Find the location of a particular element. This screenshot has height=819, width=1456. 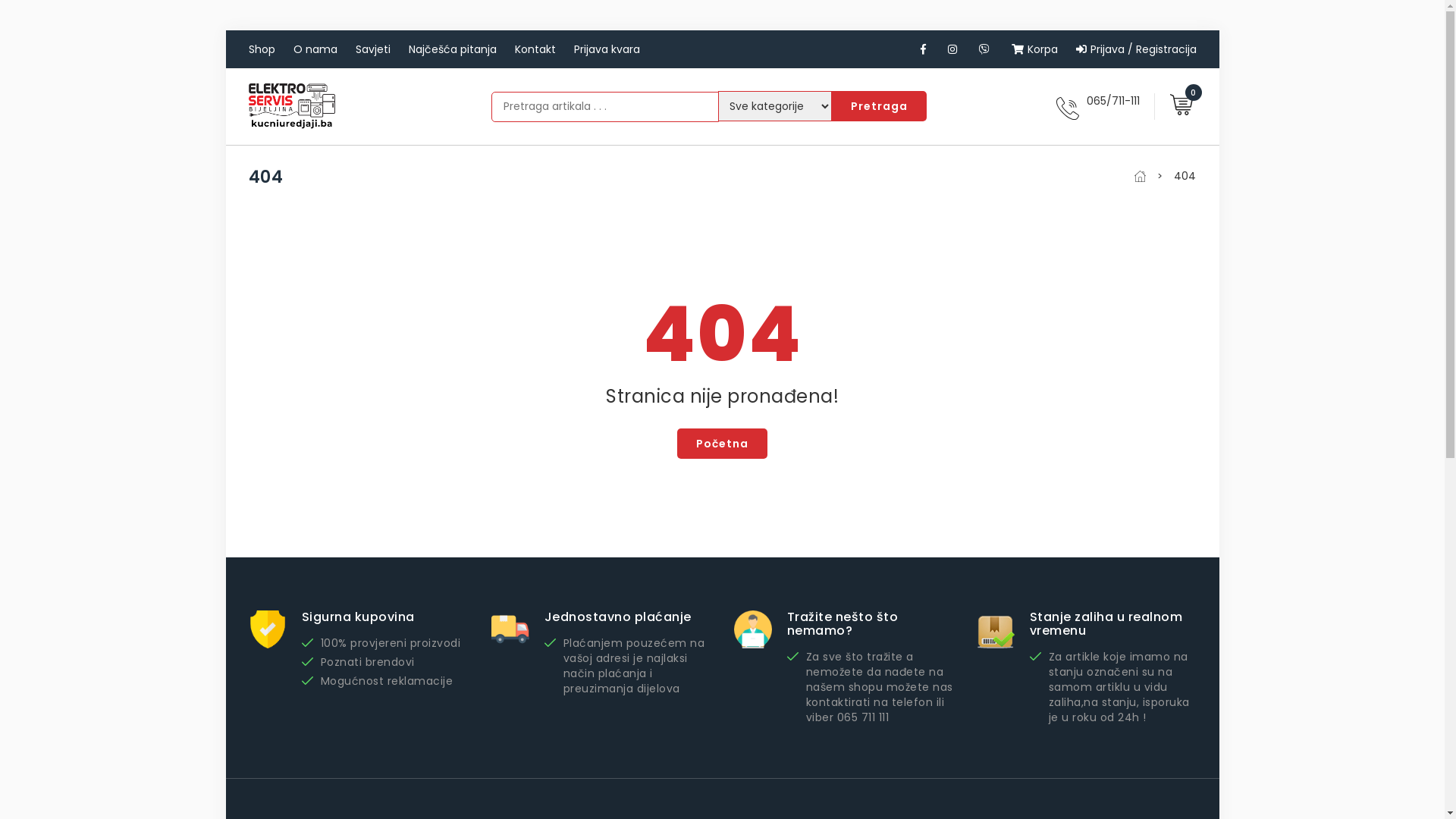

'065/711-111' is located at coordinates (1112, 100).